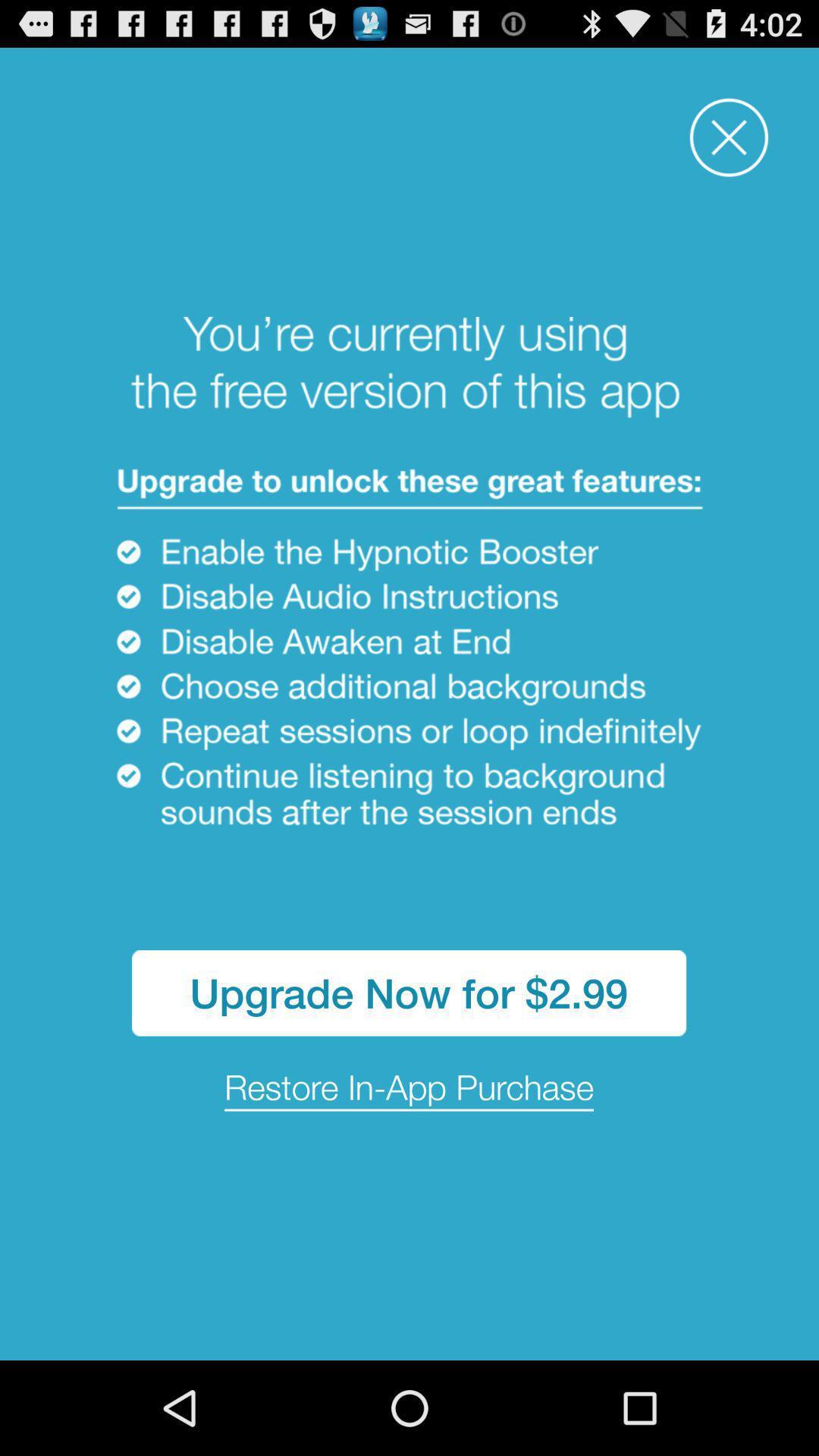 Image resolution: width=819 pixels, height=1456 pixels. Describe the element at coordinates (408, 1087) in the screenshot. I see `the icon below the upgrade now for item` at that location.